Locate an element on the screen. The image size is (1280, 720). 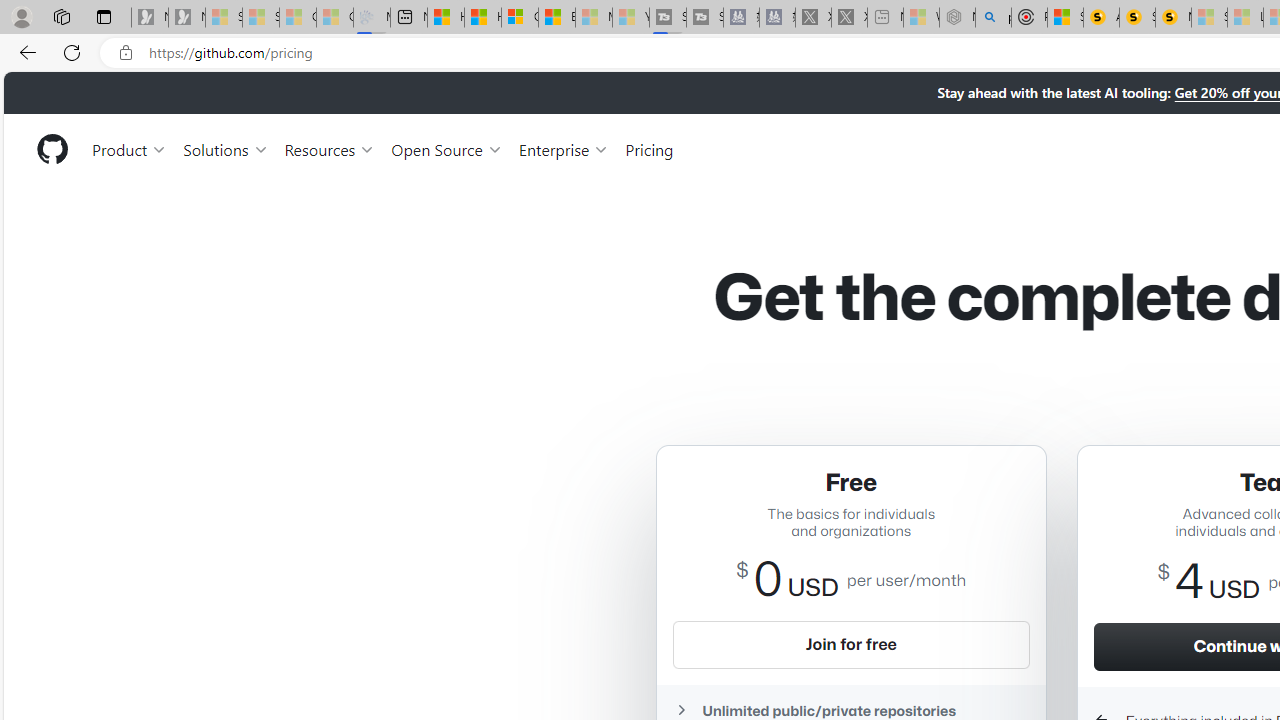
'Join for free' is located at coordinates (851, 644).